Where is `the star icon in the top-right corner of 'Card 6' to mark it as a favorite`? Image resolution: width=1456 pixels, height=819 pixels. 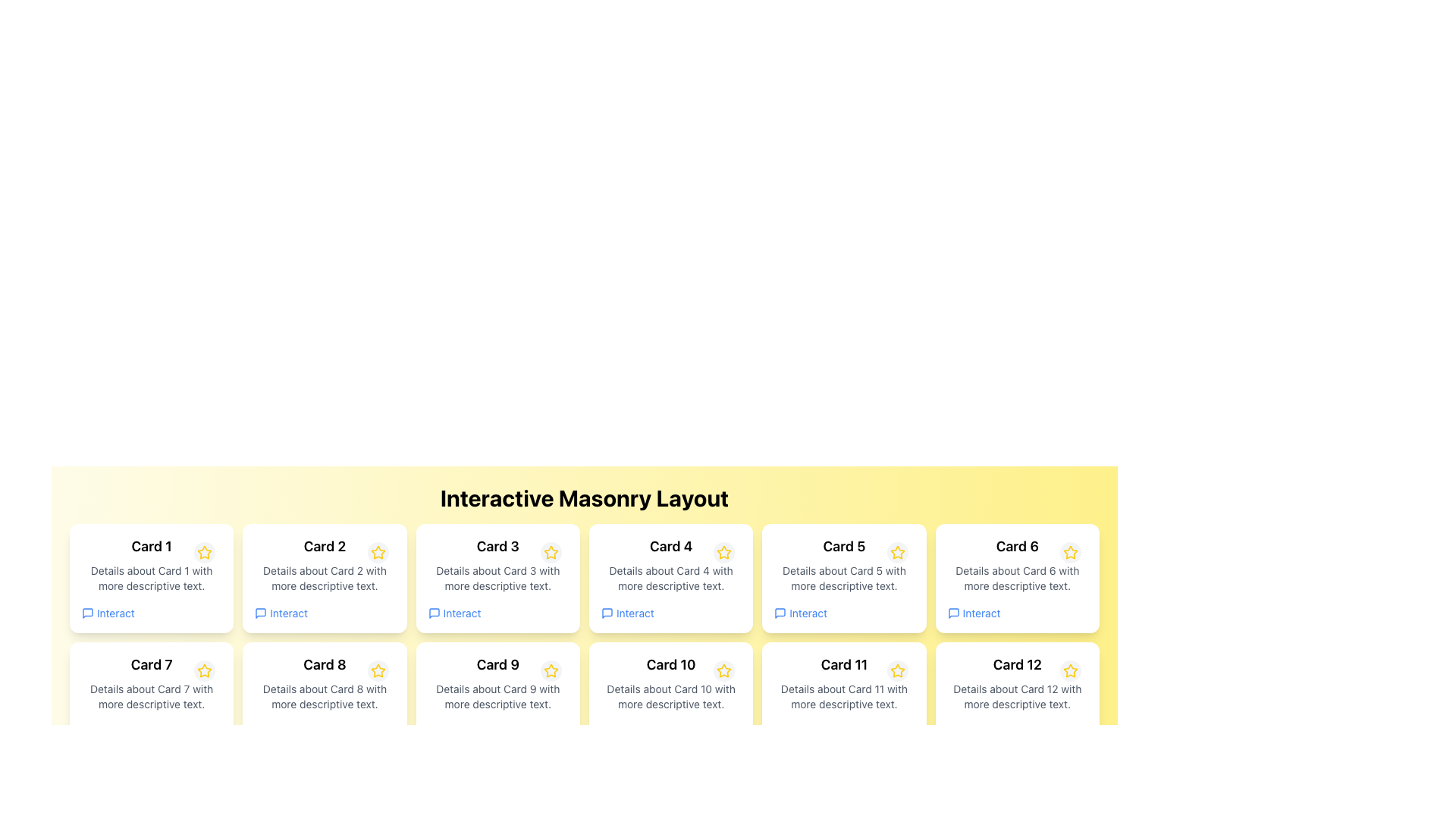 the star icon in the top-right corner of 'Card 6' to mark it as a favorite is located at coordinates (1069, 553).